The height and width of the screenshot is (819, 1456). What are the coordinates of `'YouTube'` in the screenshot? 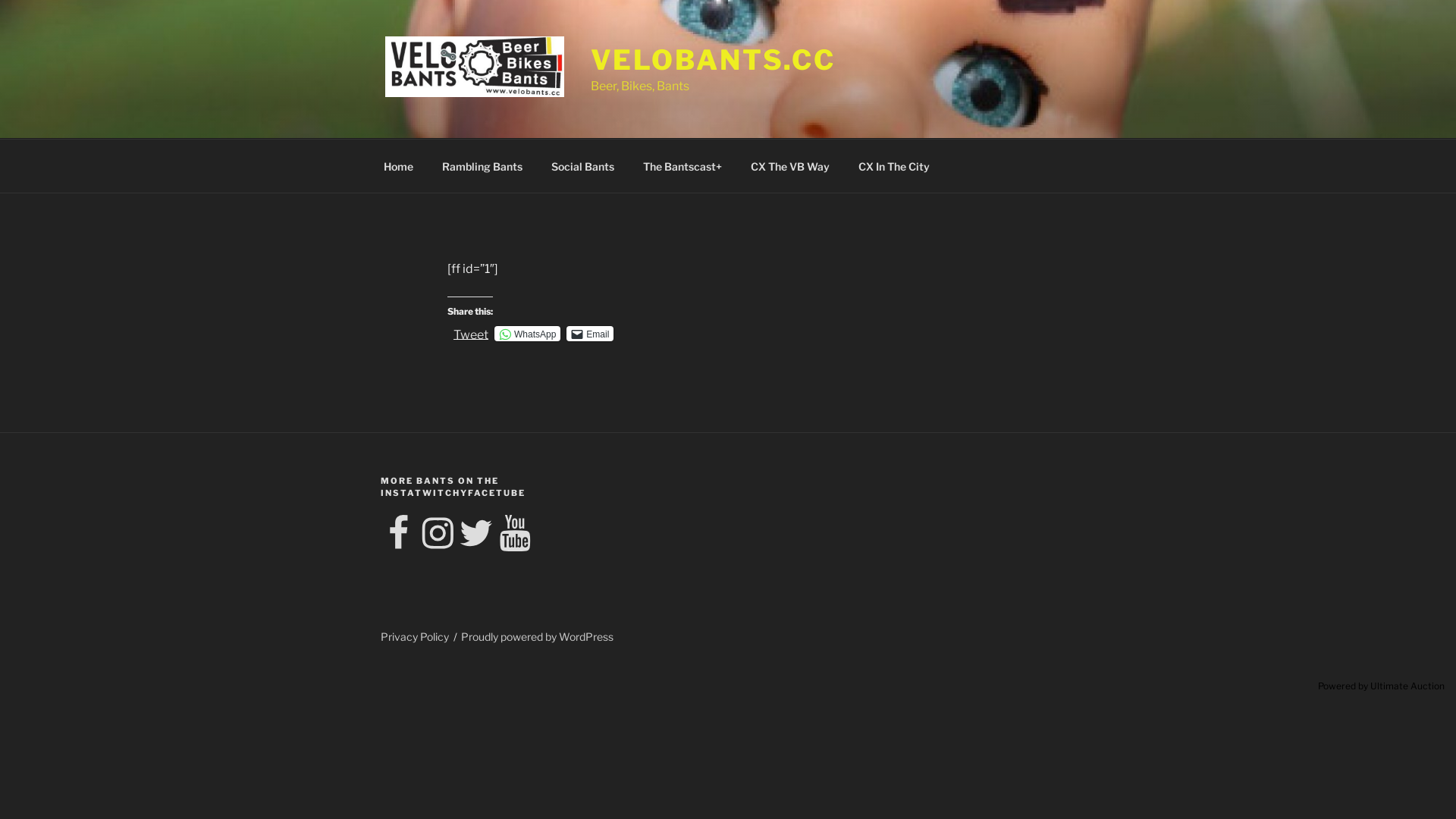 It's located at (514, 533).